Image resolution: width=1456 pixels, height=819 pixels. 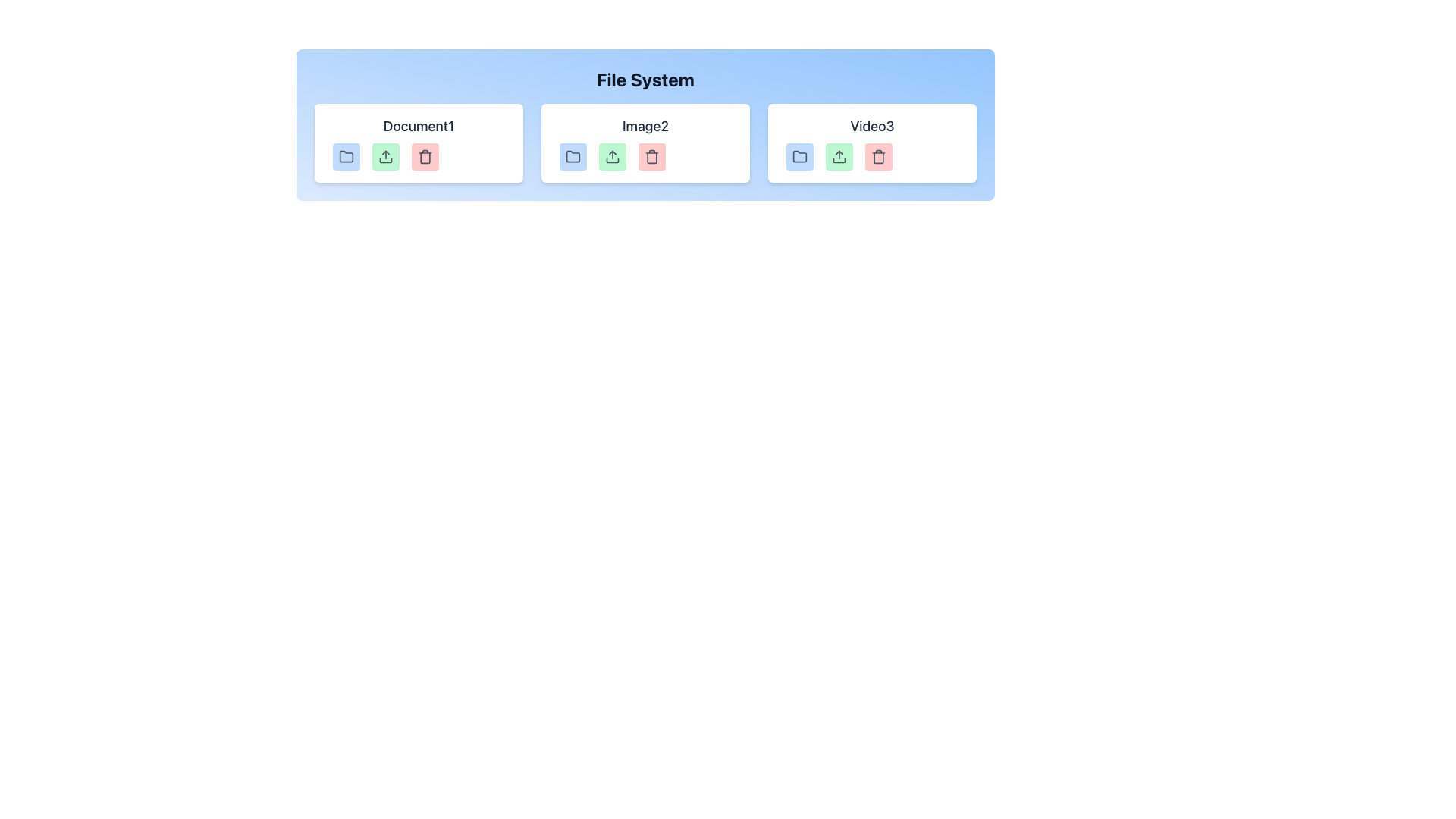 What do you see at coordinates (839, 157) in the screenshot?
I see `the 'Upload' button located in the 'Video3' section` at bounding box center [839, 157].